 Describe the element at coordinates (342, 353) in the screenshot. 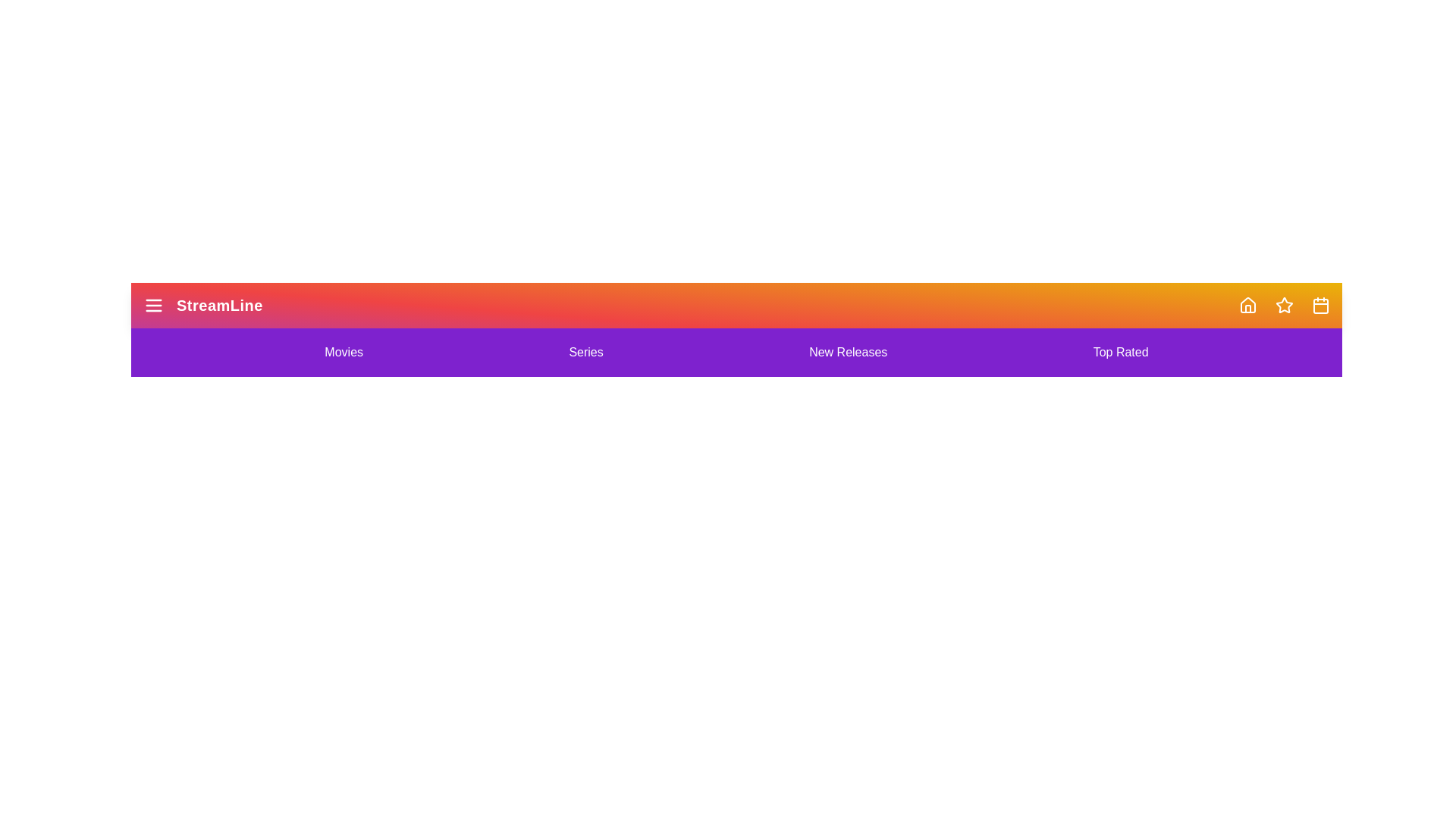

I see `the Movies navigation link` at that location.